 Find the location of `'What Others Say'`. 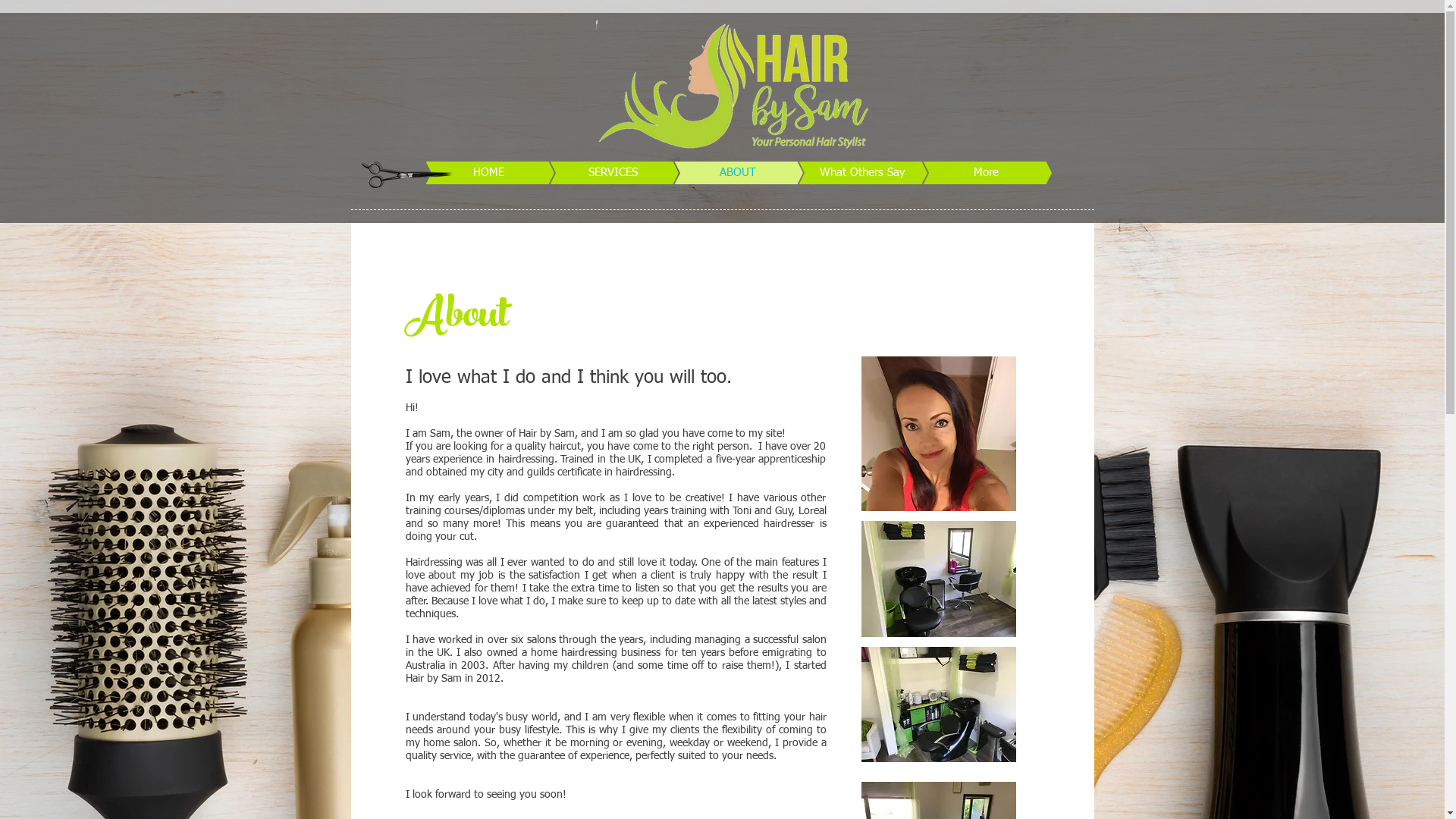

'What Others Say' is located at coordinates (750, 171).